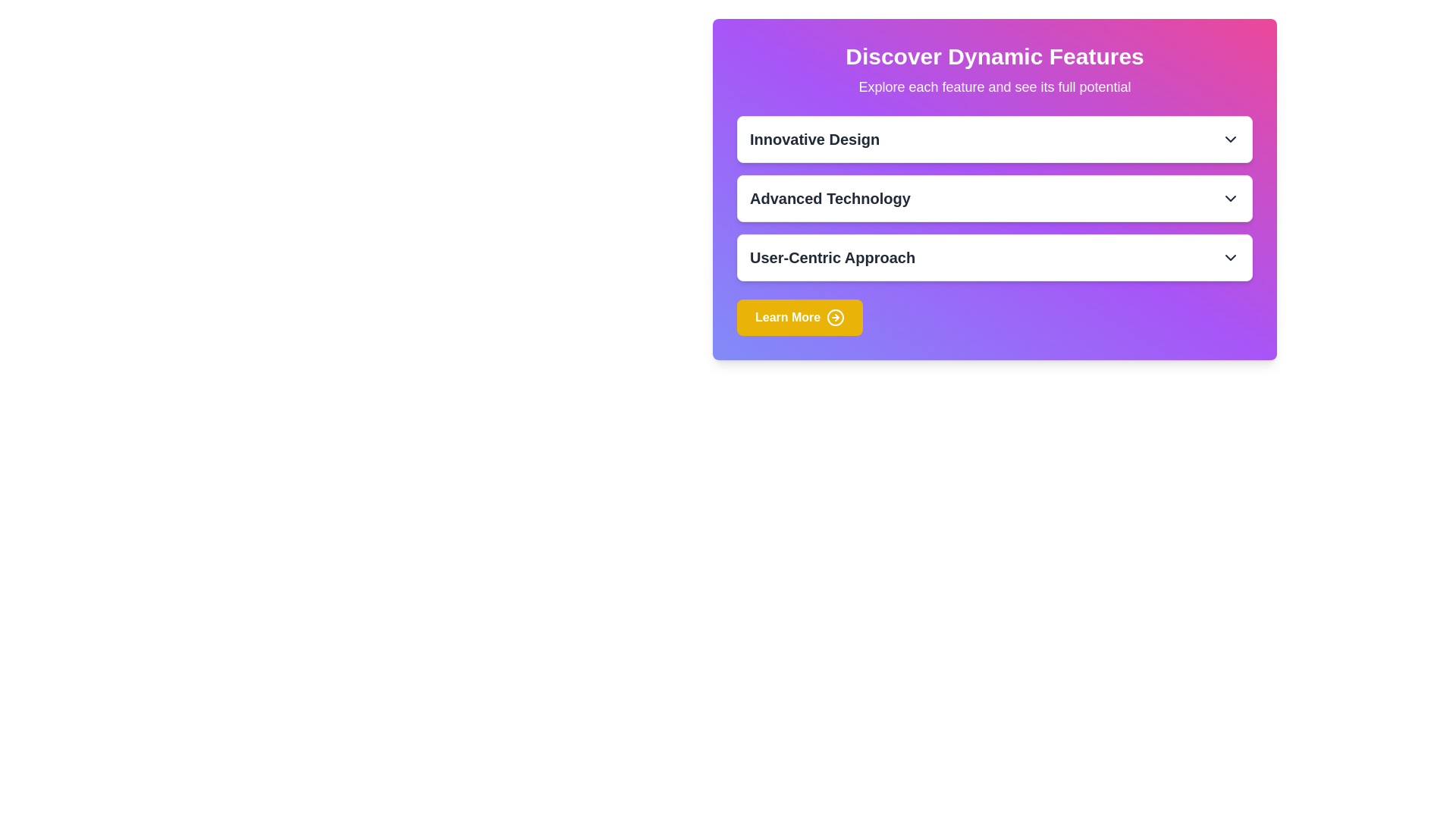 The height and width of the screenshot is (819, 1456). I want to click on the text label that says 'Explore each feature and see its full potential', which is styled with a large font size and is positioned below the title 'Discover Dynamic Features' in a colorful gradient background, so click(994, 87).